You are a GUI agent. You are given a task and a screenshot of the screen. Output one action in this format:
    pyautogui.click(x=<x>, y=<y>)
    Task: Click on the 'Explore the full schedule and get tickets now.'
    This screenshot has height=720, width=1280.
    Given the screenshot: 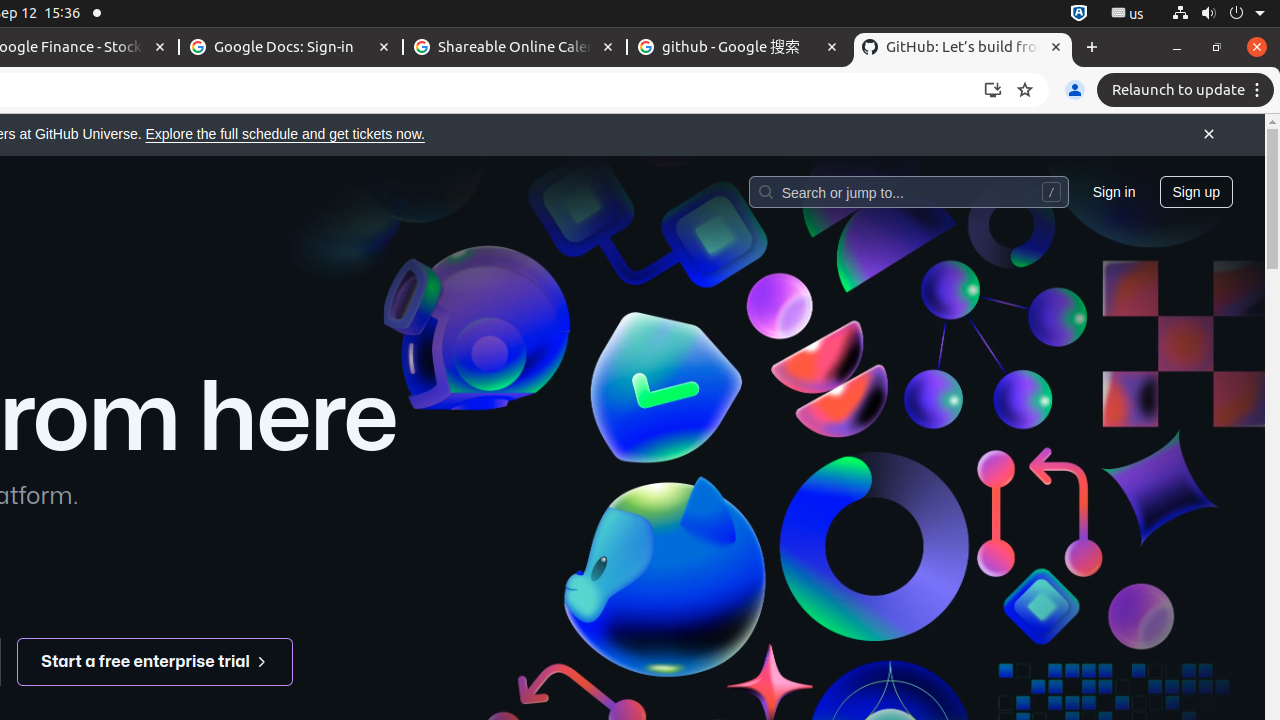 What is the action you would take?
    pyautogui.click(x=284, y=133)
    